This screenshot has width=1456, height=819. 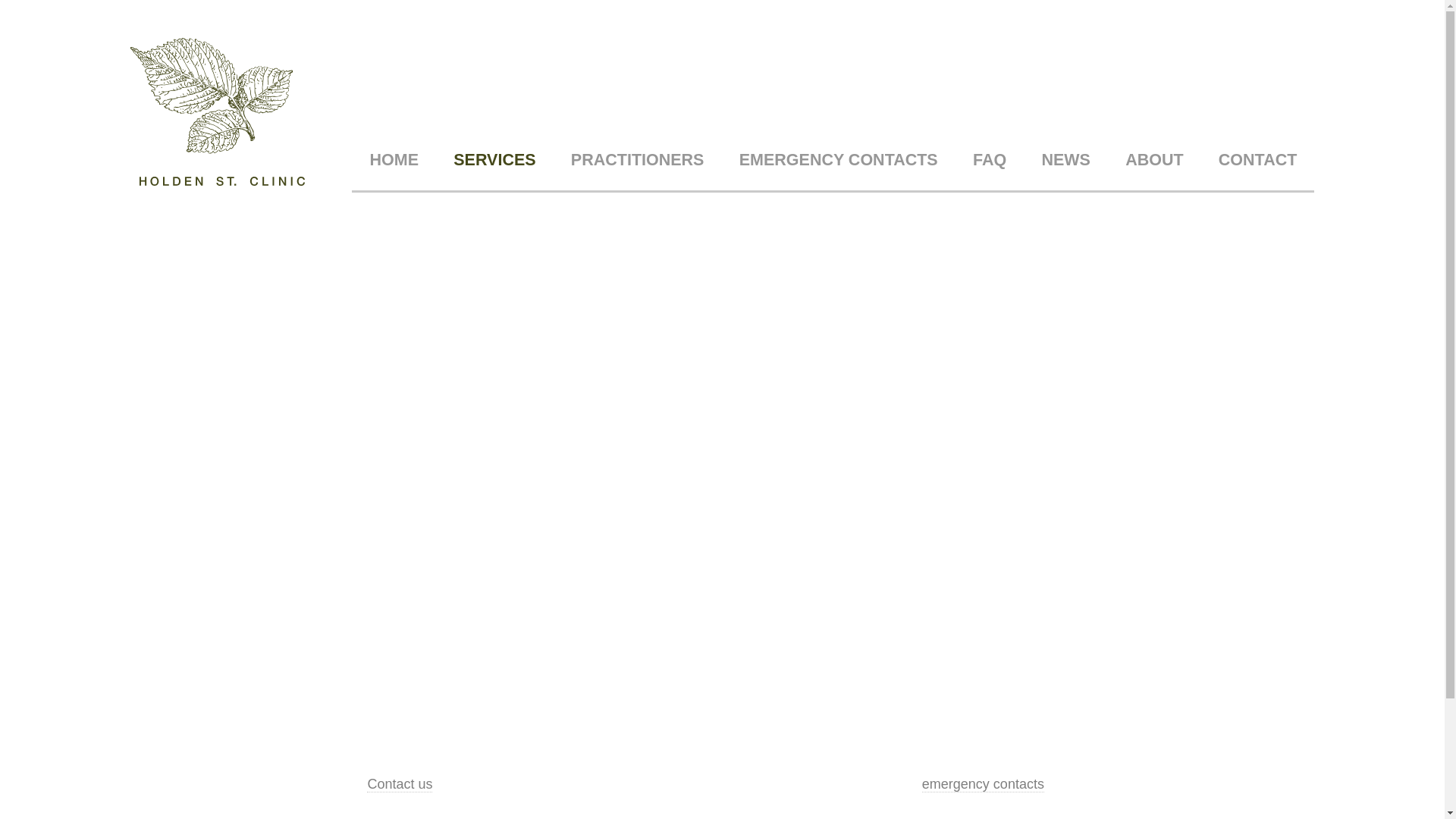 What do you see at coordinates (1153, 160) in the screenshot?
I see `'ABOUT'` at bounding box center [1153, 160].